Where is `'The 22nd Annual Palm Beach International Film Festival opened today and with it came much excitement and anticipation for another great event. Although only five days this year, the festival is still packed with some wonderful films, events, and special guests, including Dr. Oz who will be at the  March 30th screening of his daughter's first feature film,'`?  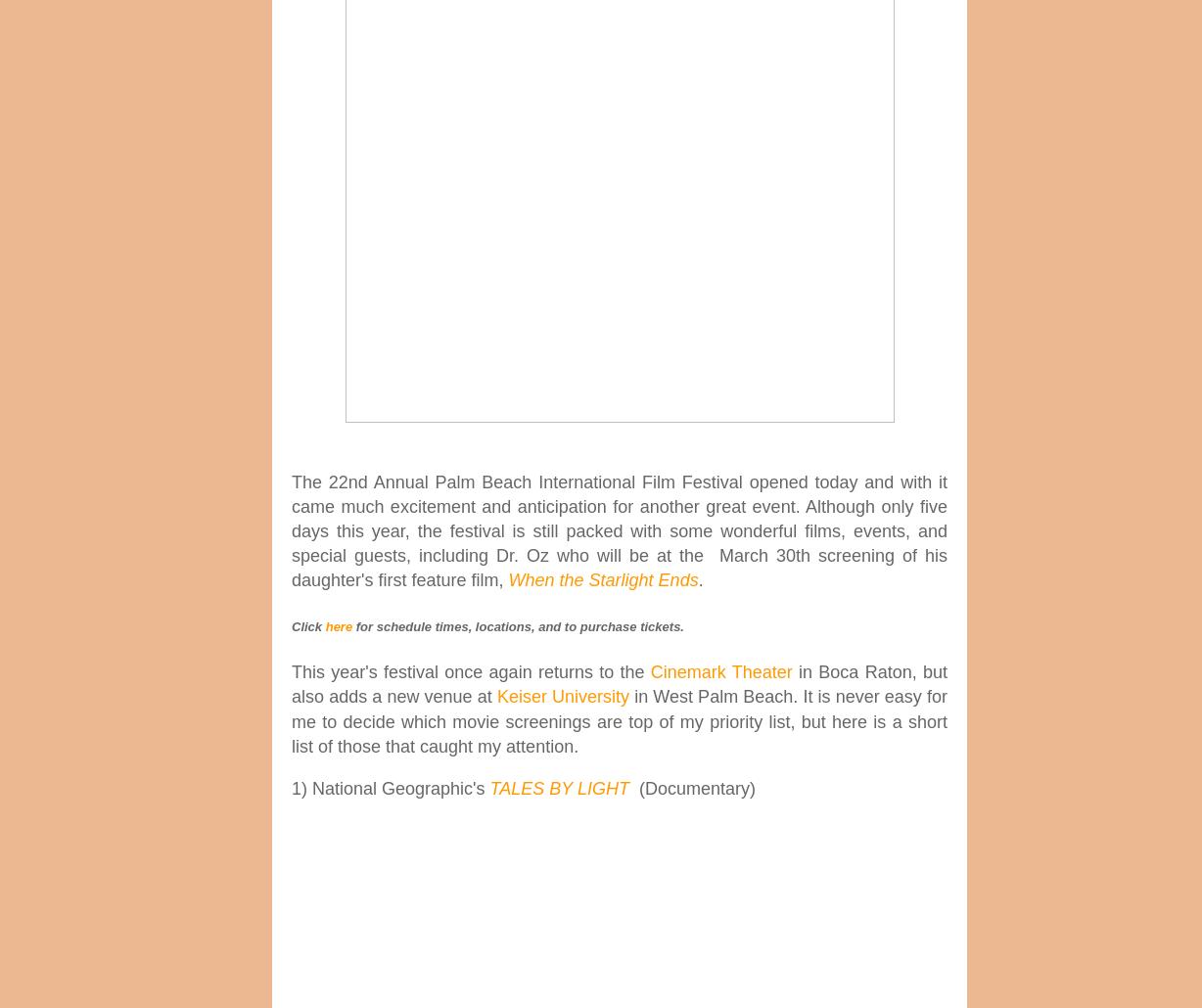 'The 22nd Annual Palm Beach International Film Festival opened today and with it came much excitement and anticipation for another great event. Although only five days this year, the festival is still packed with some wonderful films, events, and special guests, including Dr. Oz who will be at the  March 30th screening of his daughter's first feature film,' is located at coordinates (620, 530).